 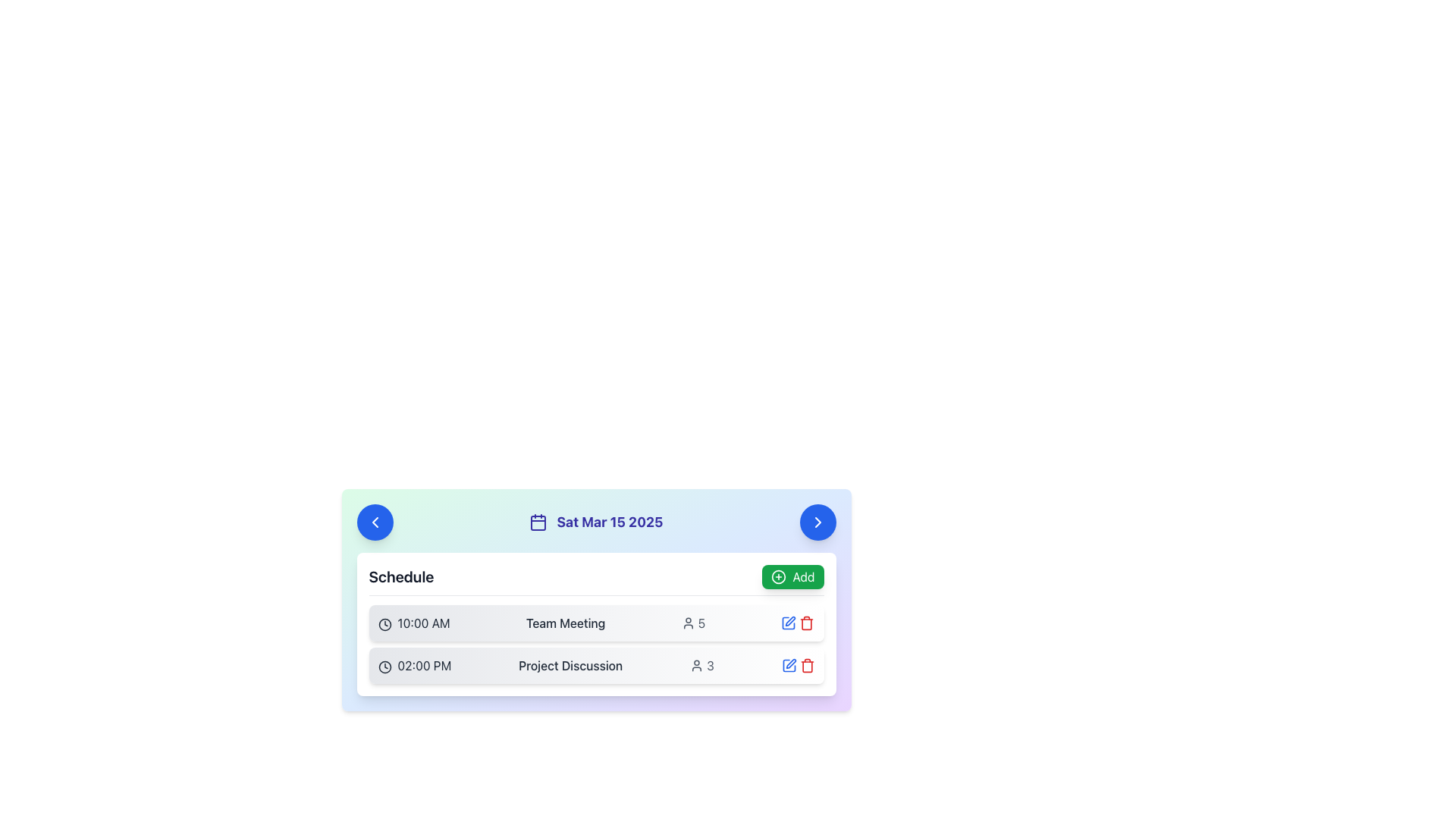 I want to click on participant count indicator located in the right section of the row labeled '10:00 AM Team Meeting', positioned after the text 'Team Meeting' and adjacent to action icons, so click(x=692, y=623).